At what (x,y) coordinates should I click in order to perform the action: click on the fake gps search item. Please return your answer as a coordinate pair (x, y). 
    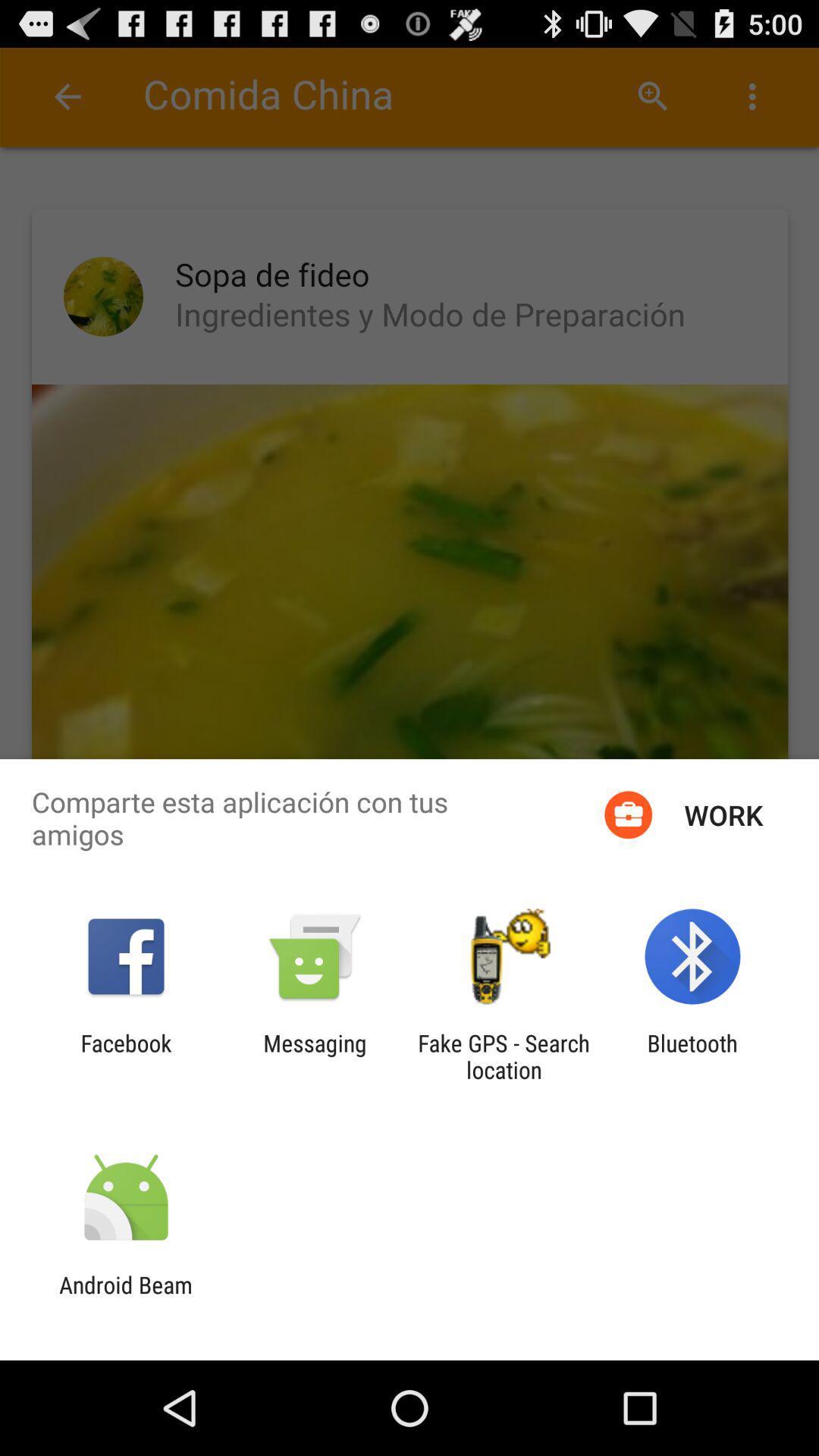
    Looking at the image, I should click on (504, 1056).